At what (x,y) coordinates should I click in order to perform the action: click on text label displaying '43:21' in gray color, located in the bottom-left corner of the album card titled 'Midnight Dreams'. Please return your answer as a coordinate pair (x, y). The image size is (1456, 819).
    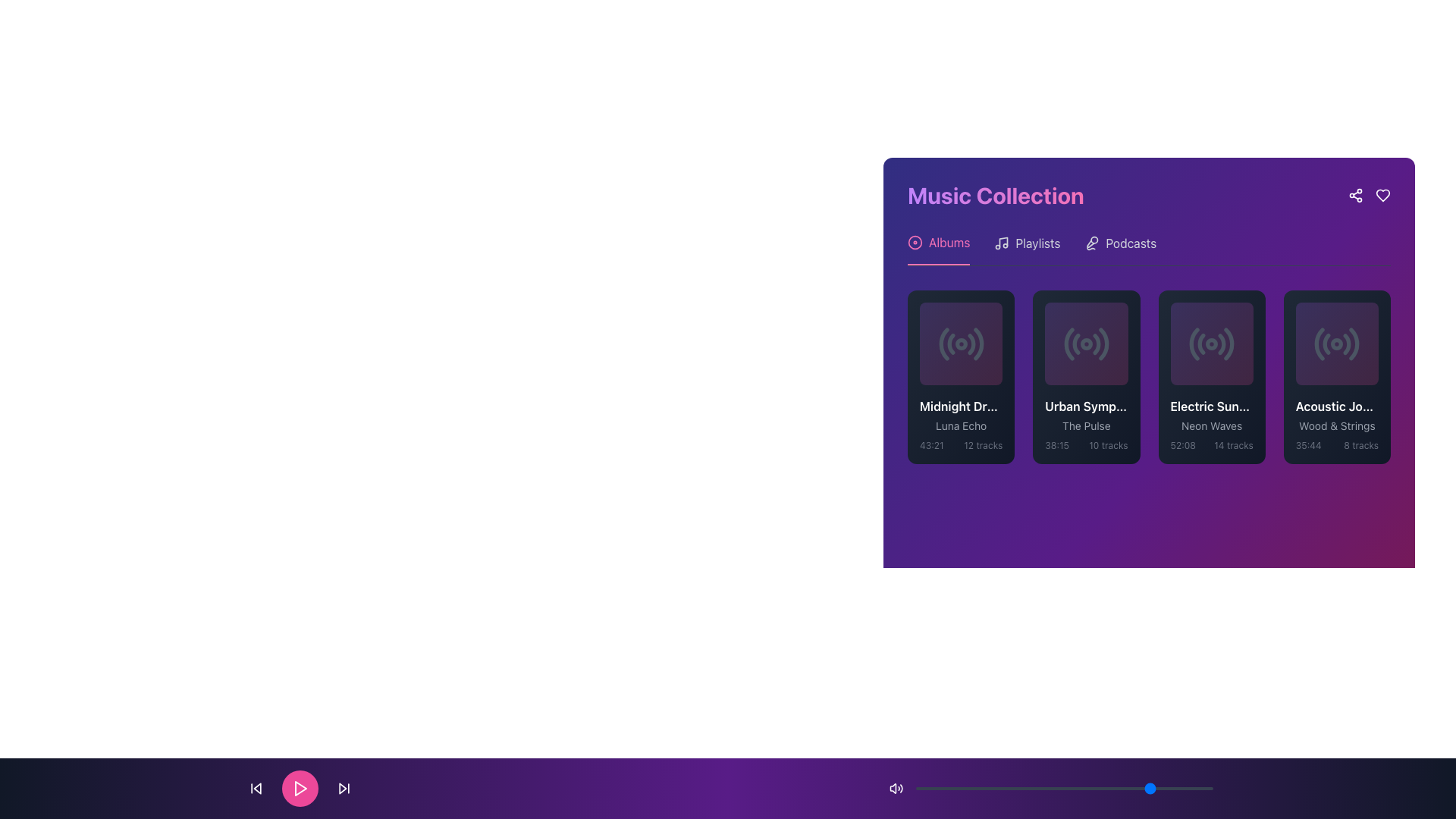
    Looking at the image, I should click on (930, 445).